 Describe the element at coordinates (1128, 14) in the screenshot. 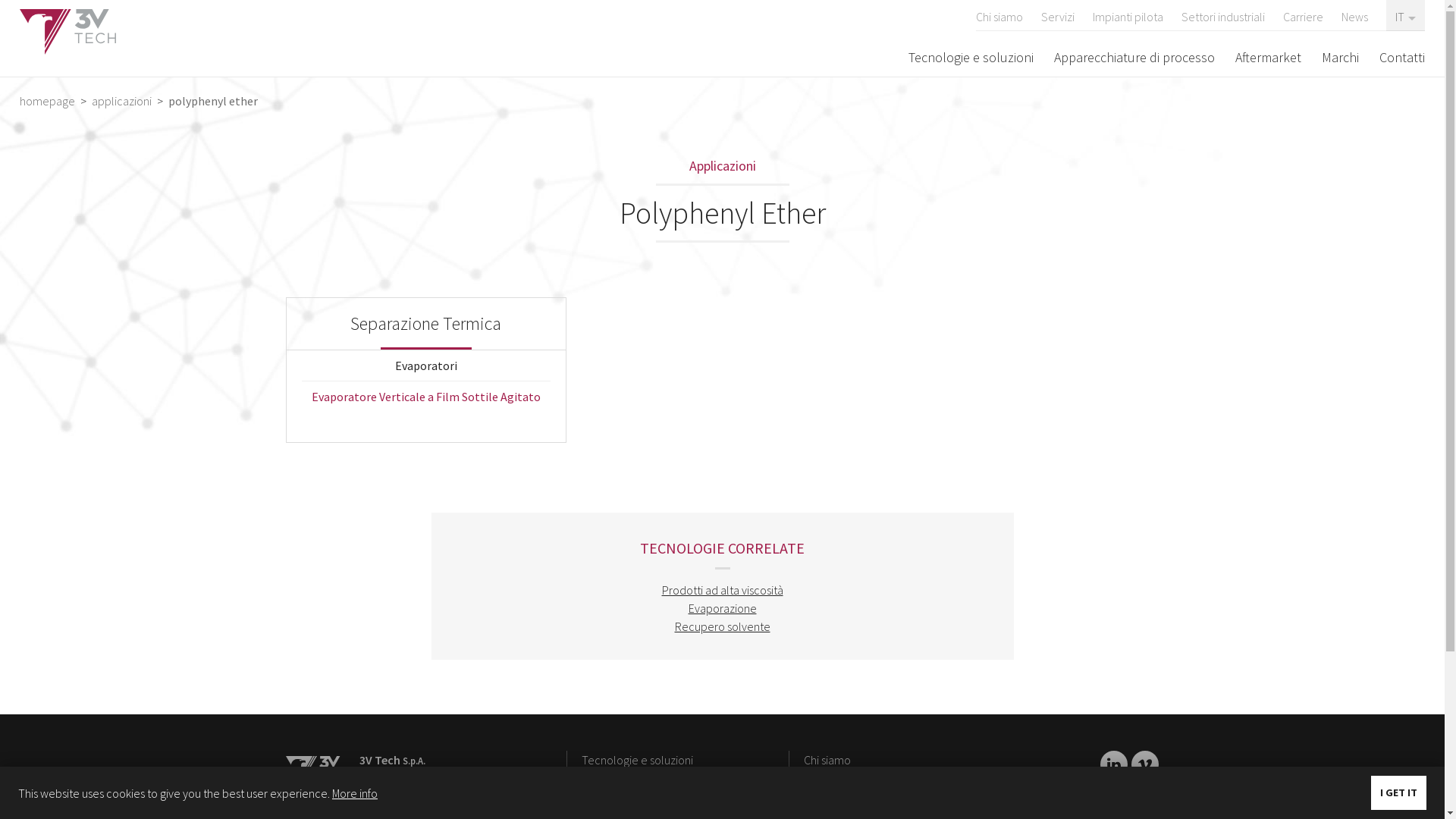

I see `'Impianti pilota'` at that location.